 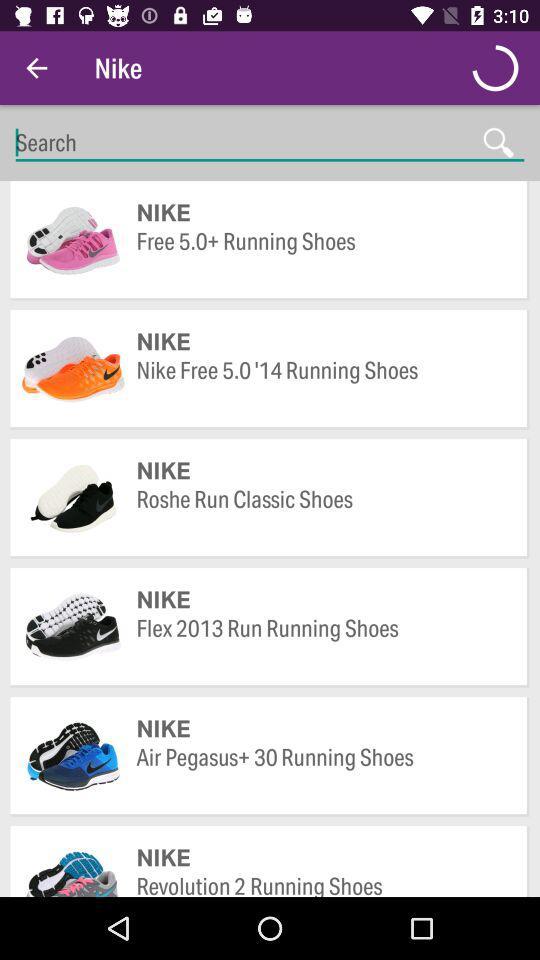 What do you see at coordinates (322, 513) in the screenshot?
I see `icon below nike item` at bounding box center [322, 513].